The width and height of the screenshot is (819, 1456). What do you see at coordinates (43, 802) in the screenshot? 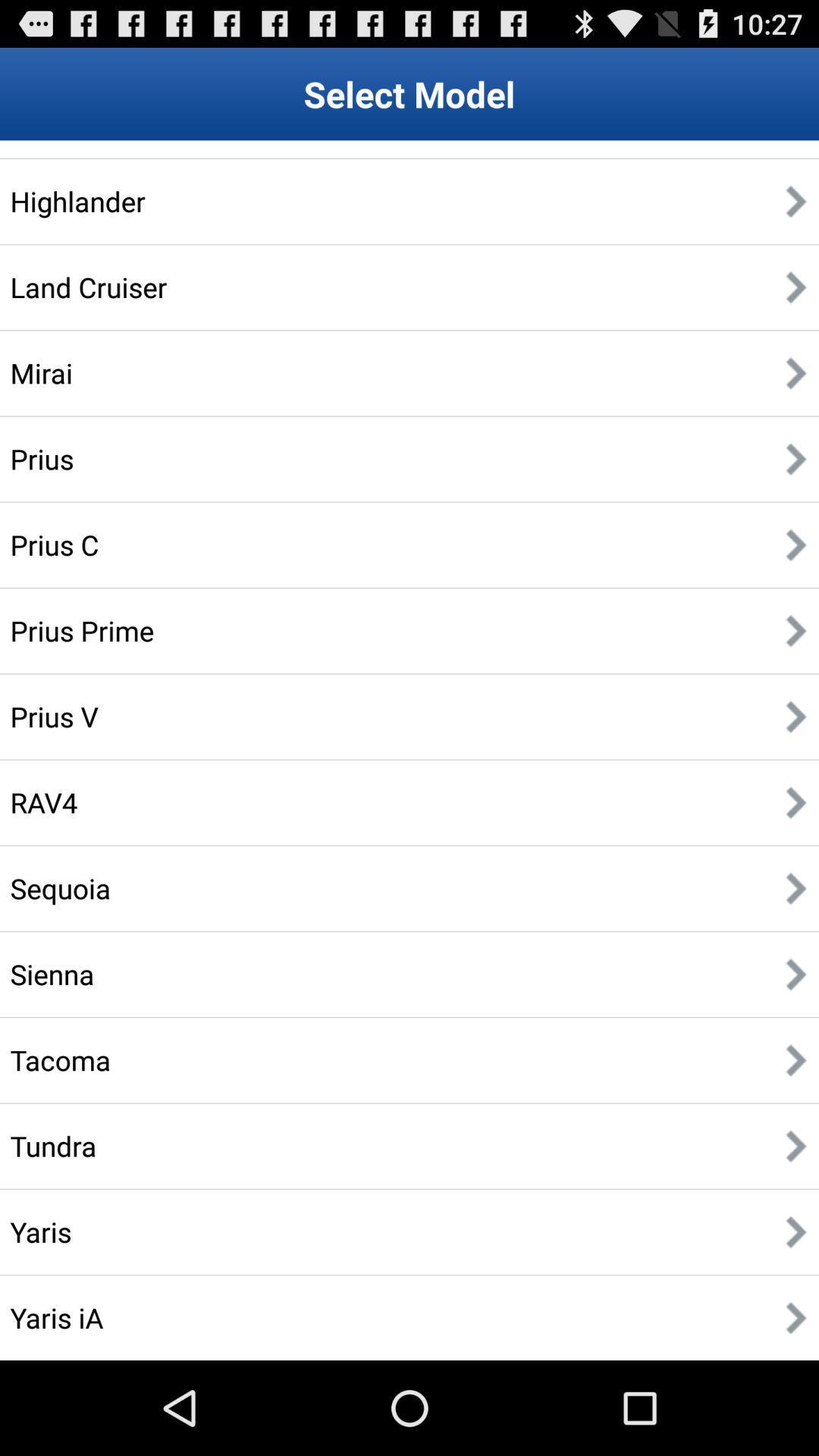
I see `the icon below the prius v item` at bounding box center [43, 802].